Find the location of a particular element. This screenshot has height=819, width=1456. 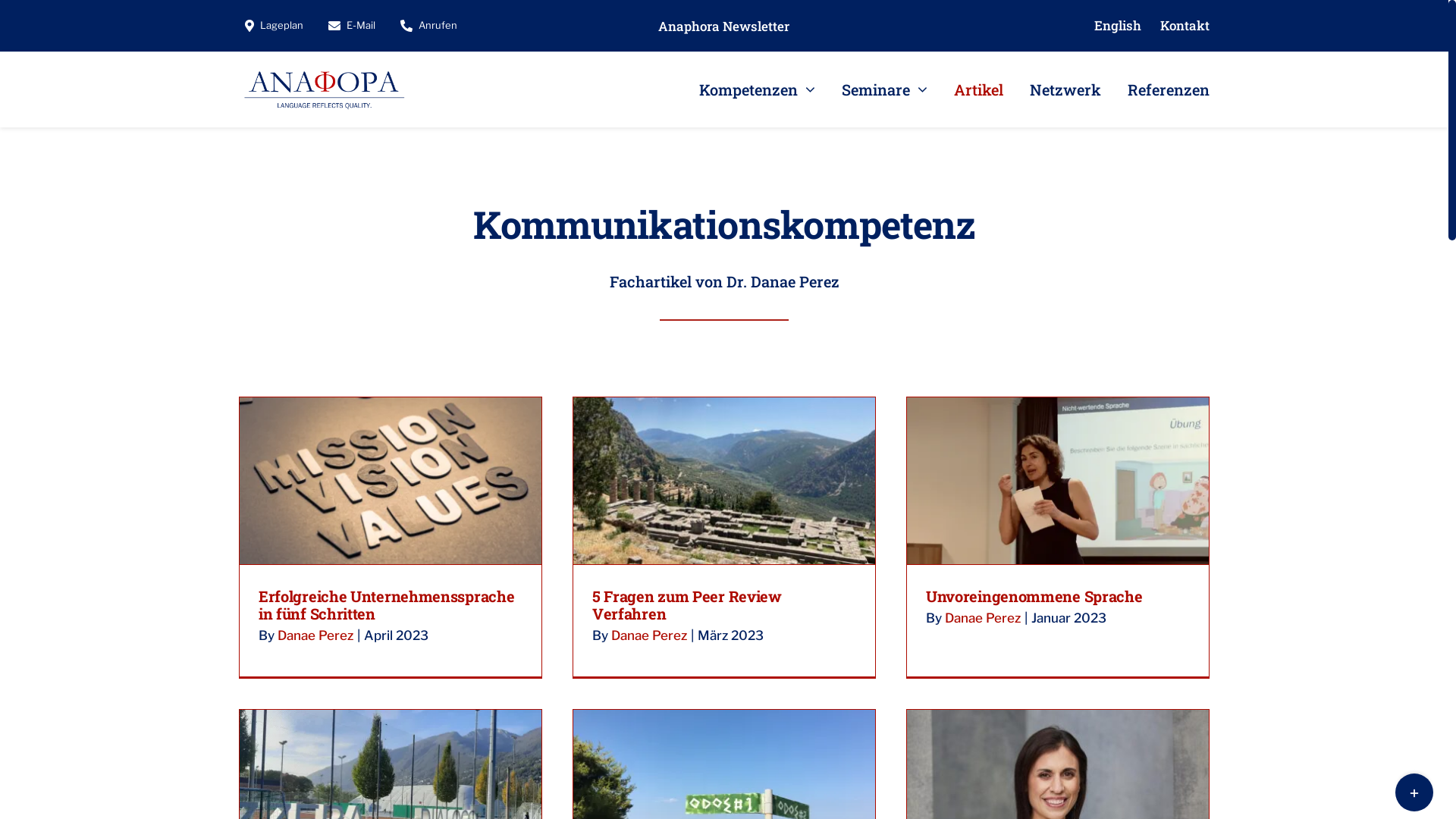

'5 Fragen zum Peer Review Verfahren' is located at coordinates (686, 604).